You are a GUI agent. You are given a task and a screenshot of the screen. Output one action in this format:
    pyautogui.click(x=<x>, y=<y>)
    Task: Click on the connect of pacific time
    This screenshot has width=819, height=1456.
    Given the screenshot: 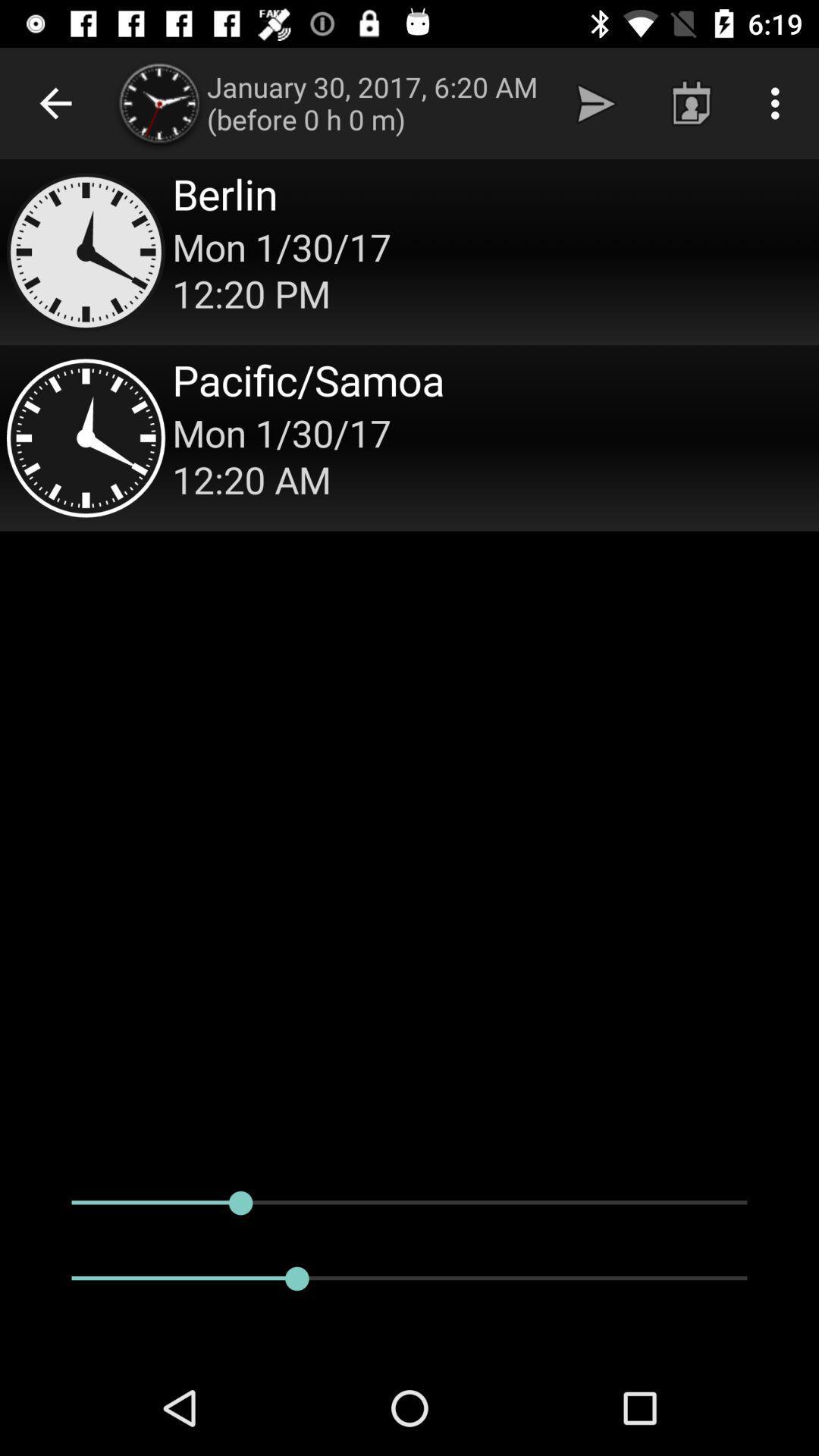 What is the action you would take?
    pyautogui.click(x=409, y=437)
    